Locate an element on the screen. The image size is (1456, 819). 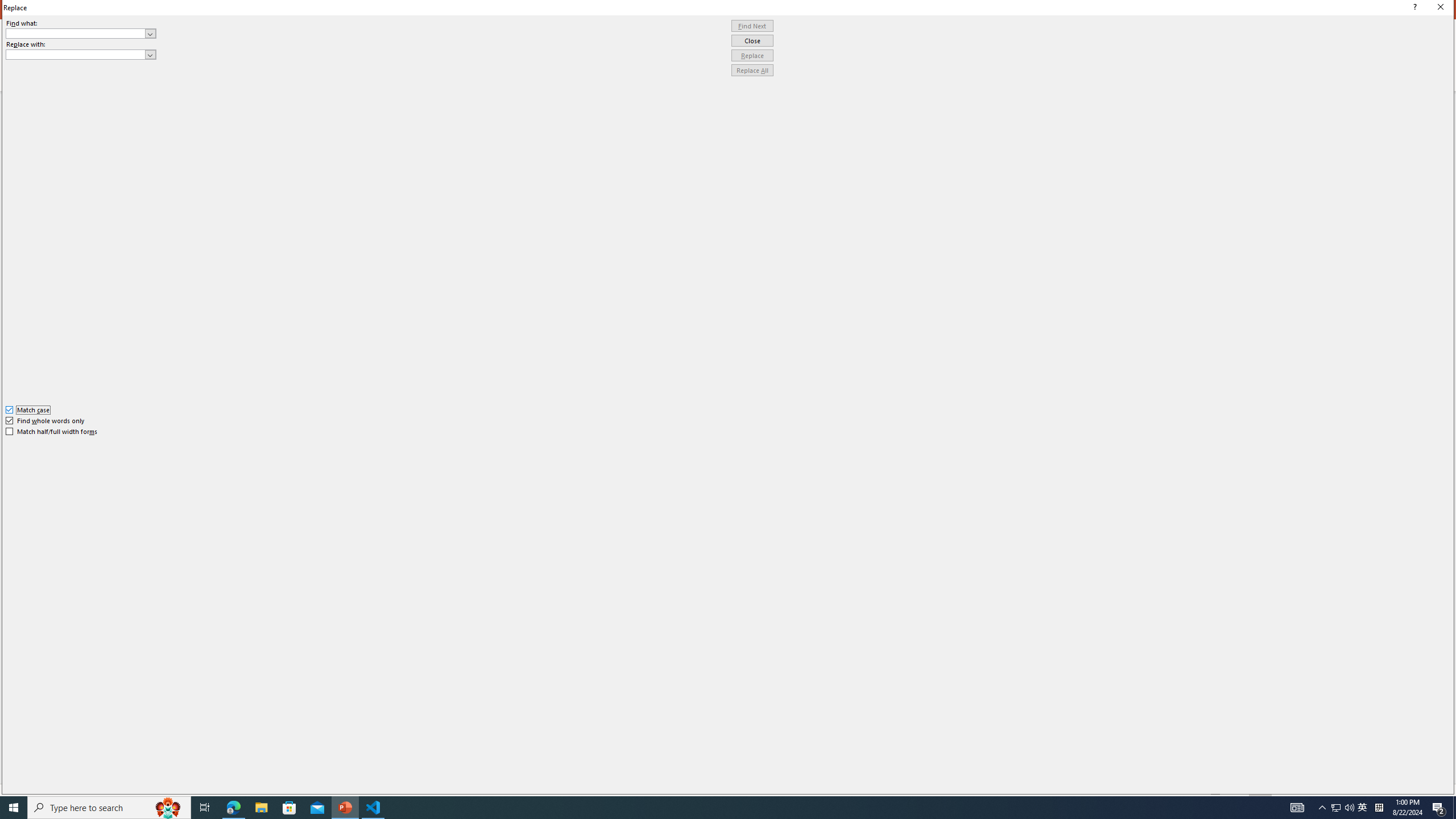
'Replace All' is located at coordinates (752, 69).